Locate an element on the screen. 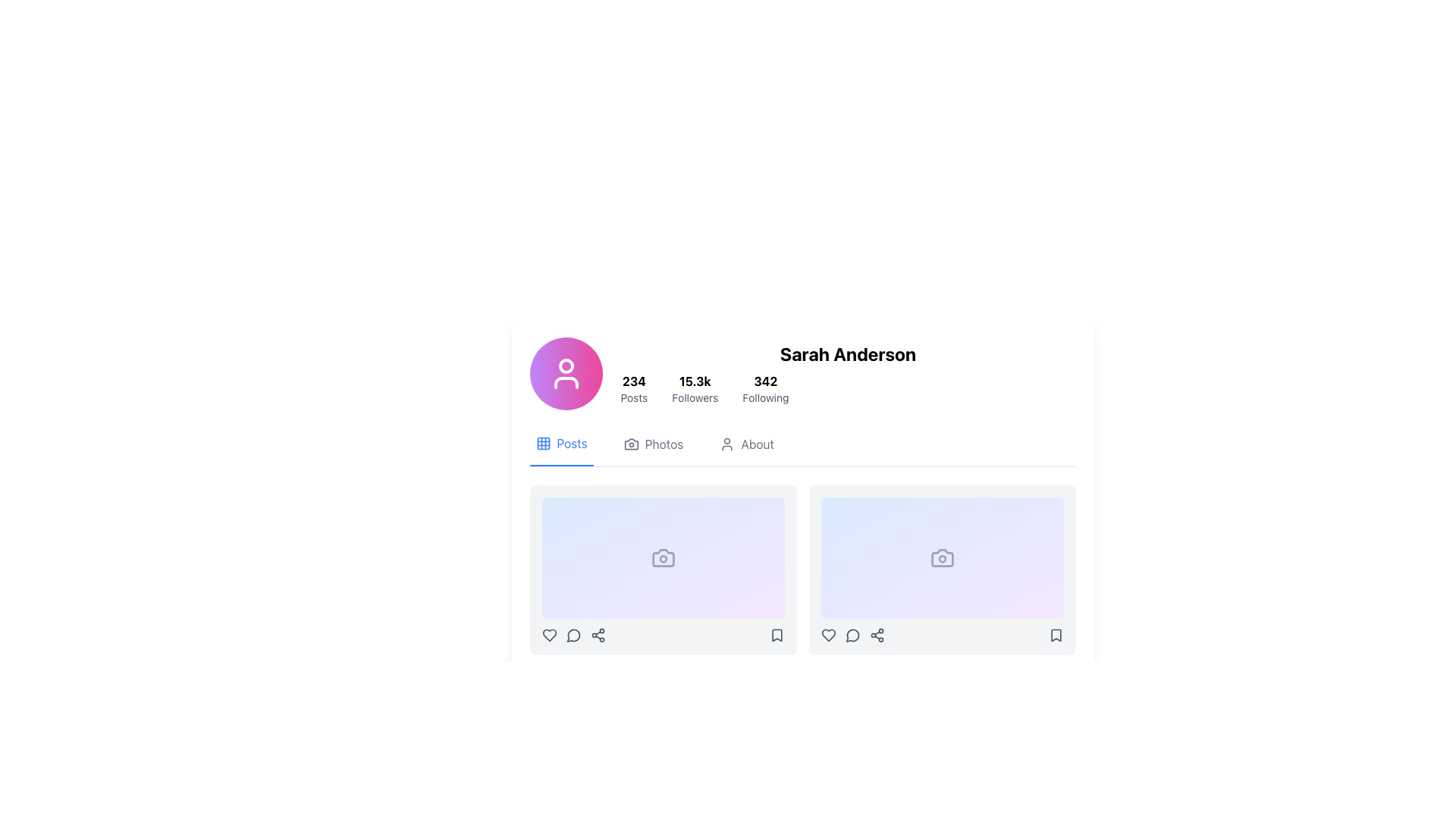 This screenshot has width=1456, height=819. the camera icon representing the 'Photos' section, which is the leftmost element in the menu bar containing 'Posts,' 'Photos,' and 'About.' is located at coordinates (631, 444).